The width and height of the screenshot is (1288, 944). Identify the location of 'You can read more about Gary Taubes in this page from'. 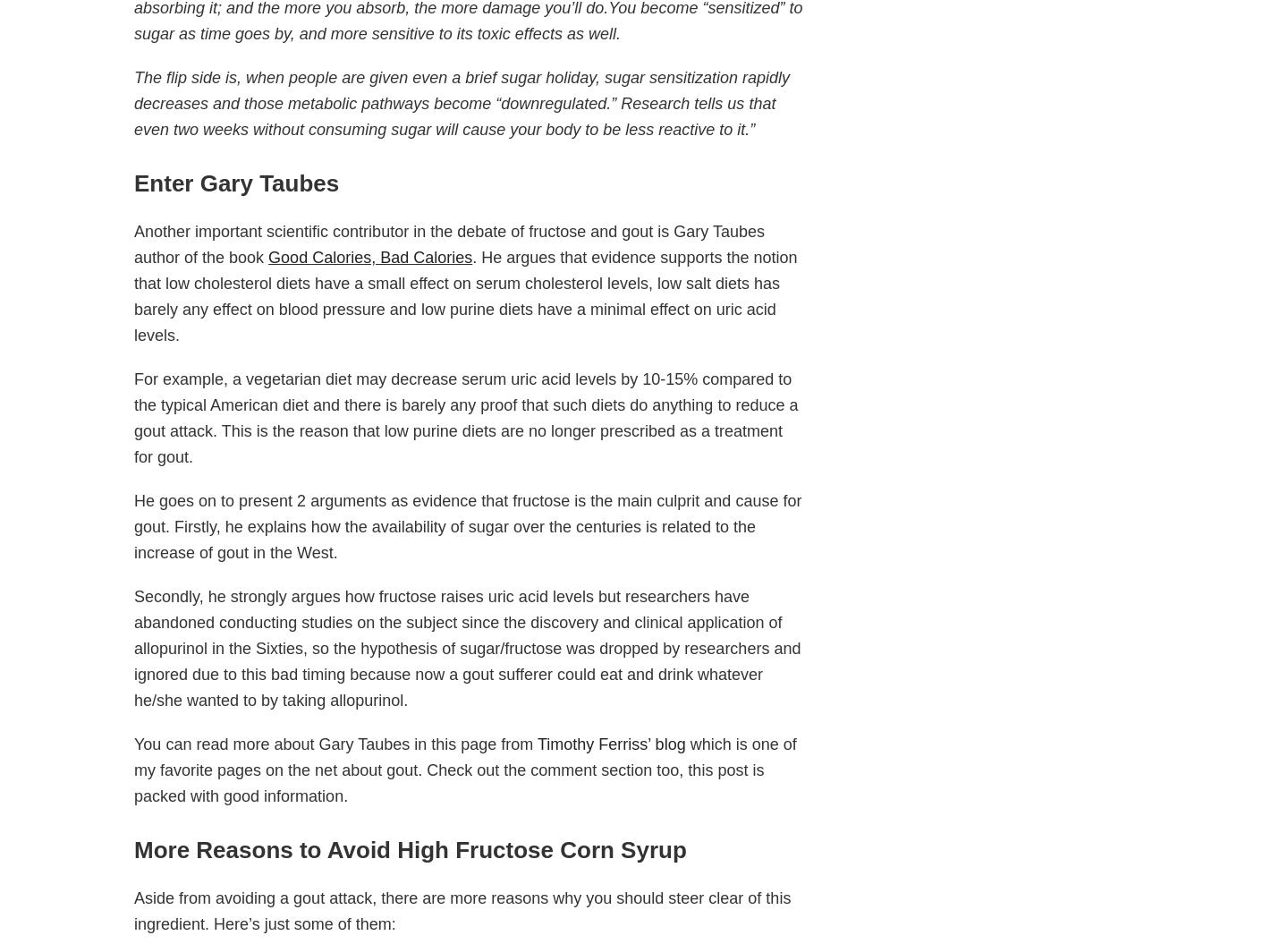
(334, 744).